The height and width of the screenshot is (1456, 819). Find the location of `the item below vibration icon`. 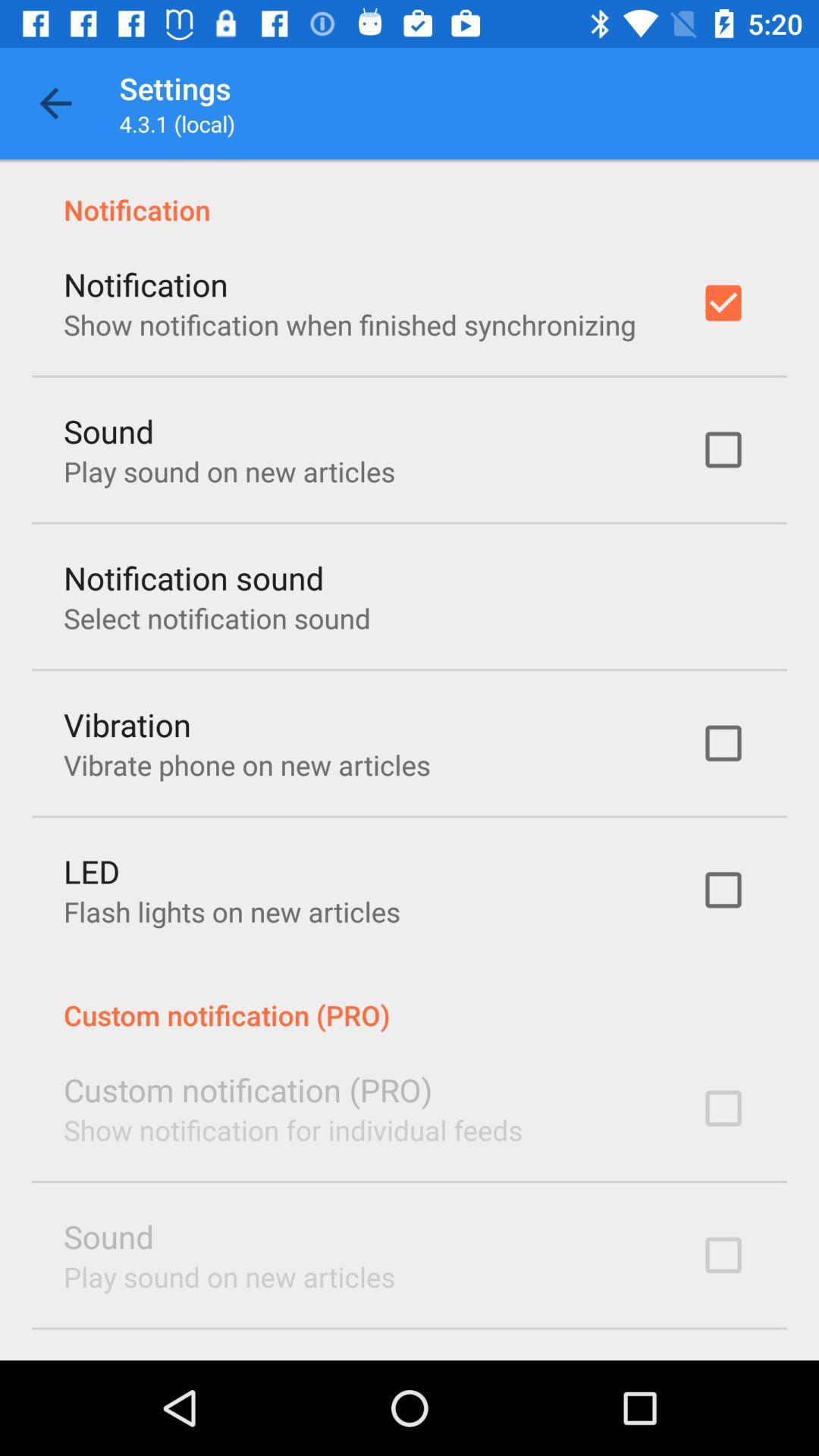

the item below vibration icon is located at coordinates (246, 764).